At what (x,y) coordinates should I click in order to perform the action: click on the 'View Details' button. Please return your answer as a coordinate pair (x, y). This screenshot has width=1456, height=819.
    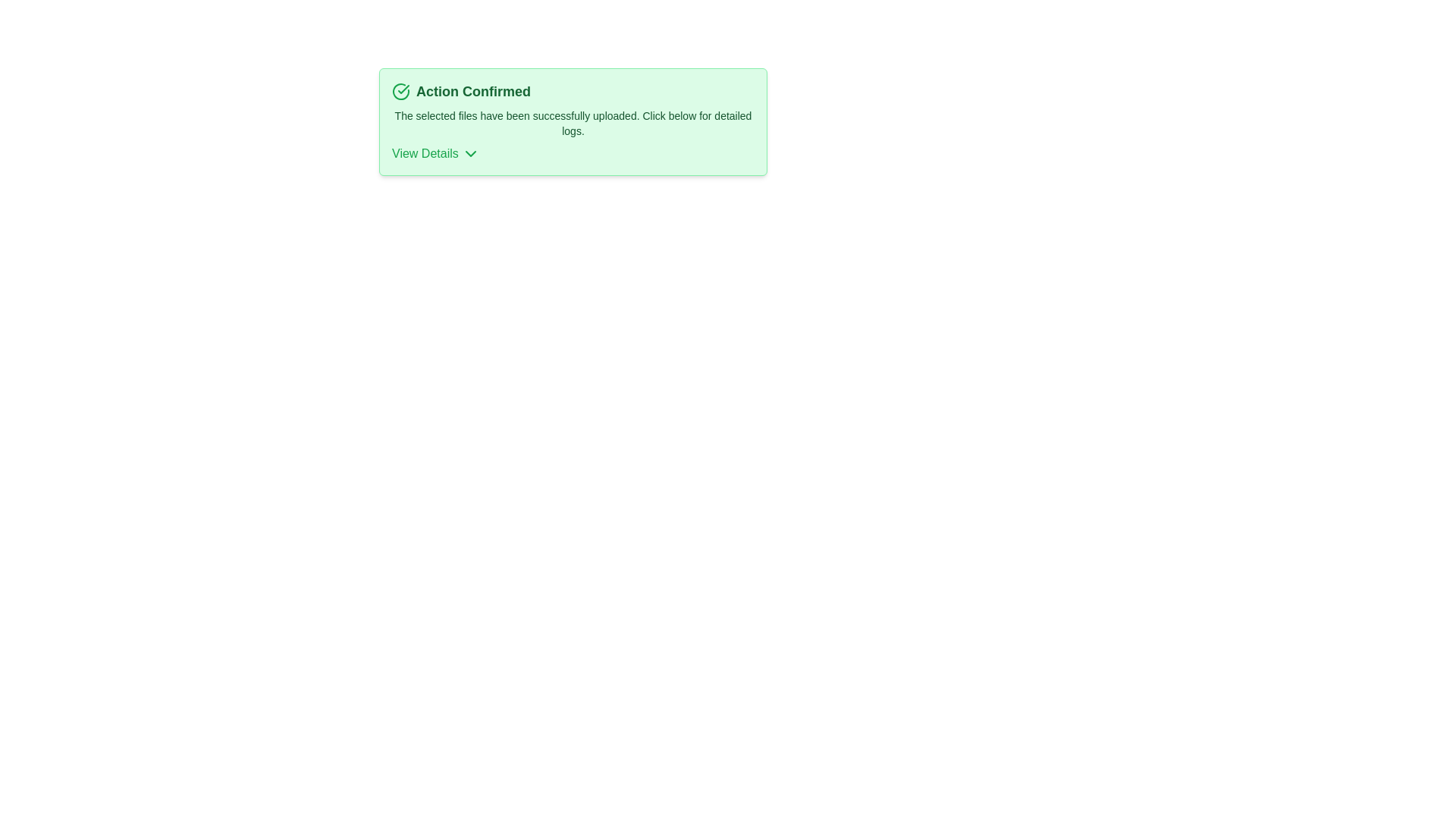
    Looking at the image, I should click on (435, 154).